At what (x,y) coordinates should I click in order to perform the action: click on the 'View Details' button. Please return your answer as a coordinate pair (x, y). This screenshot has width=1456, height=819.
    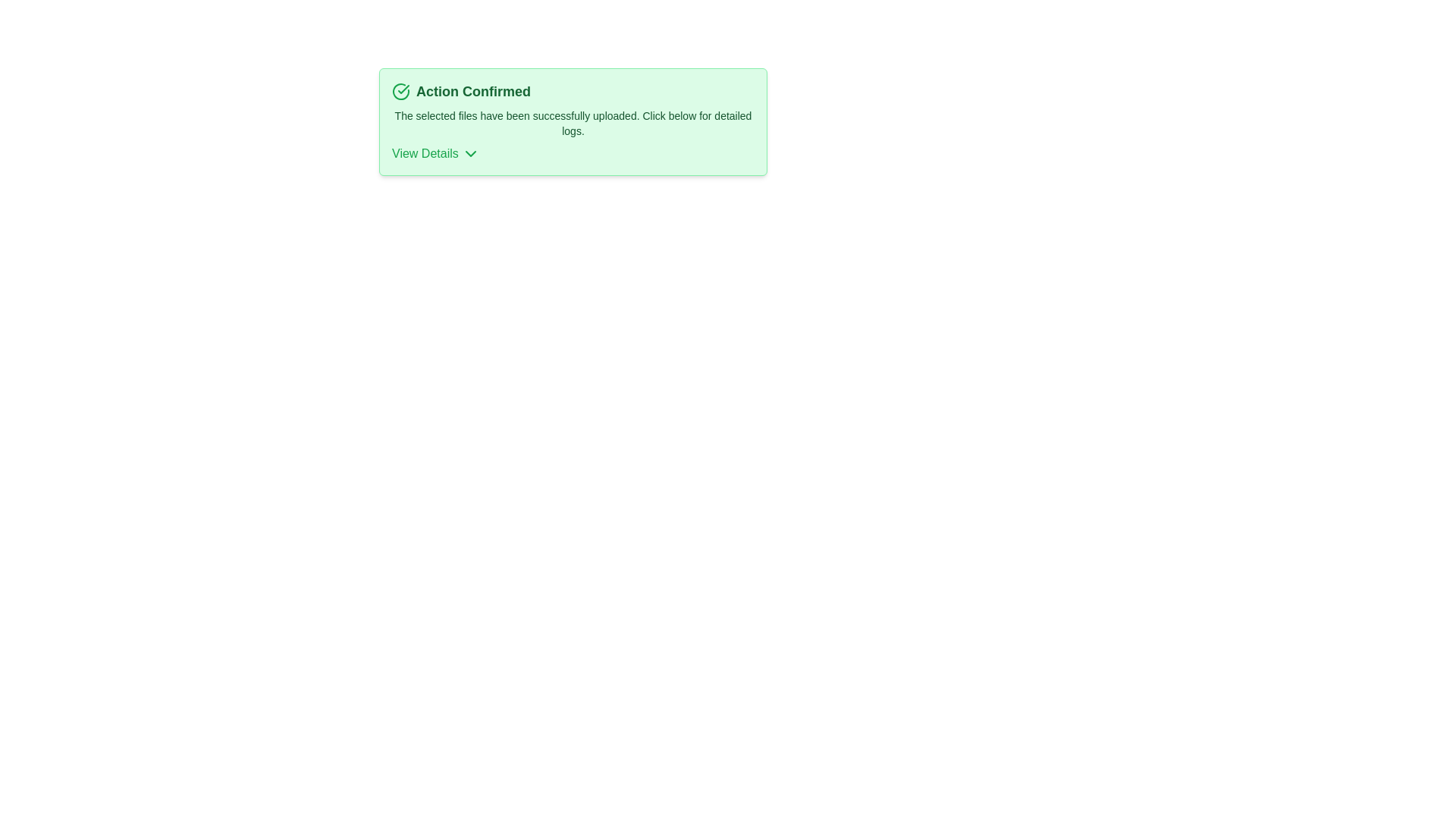
    Looking at the image, I should click on (435, 154).